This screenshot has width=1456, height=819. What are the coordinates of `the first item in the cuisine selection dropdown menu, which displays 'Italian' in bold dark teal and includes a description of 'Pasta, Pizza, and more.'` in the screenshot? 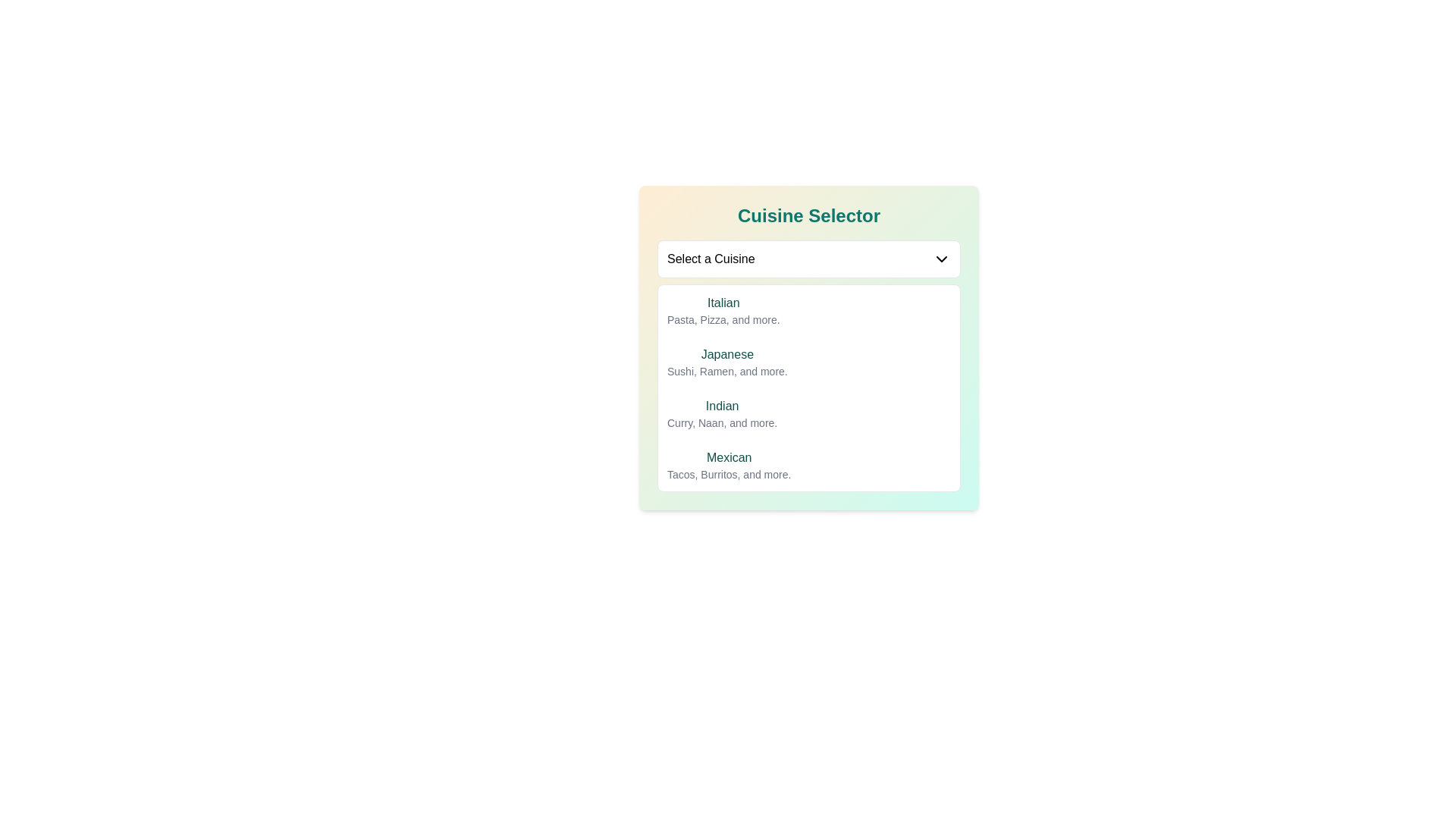 It's located at (723, 309).